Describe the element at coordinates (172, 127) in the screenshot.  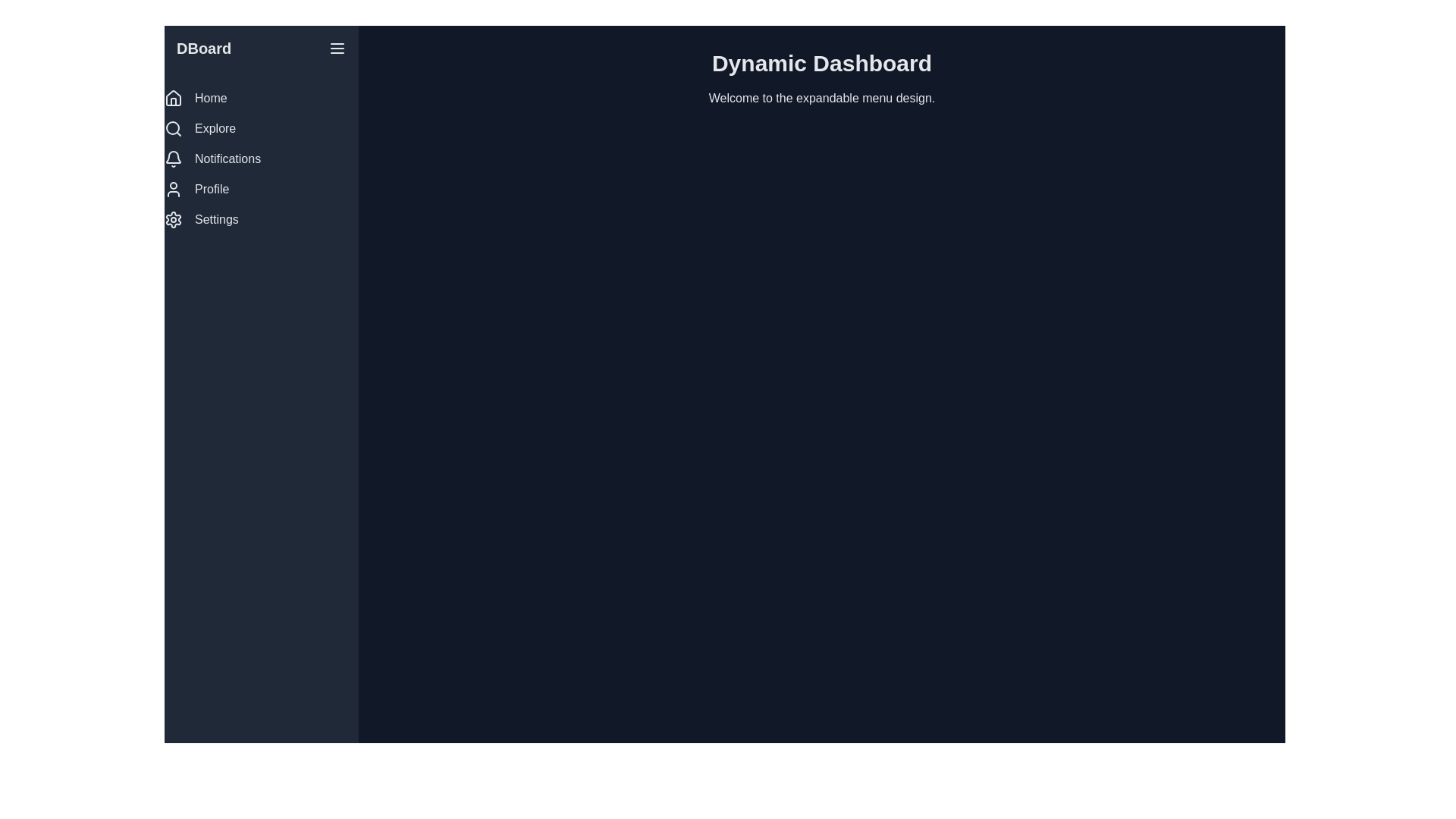
I see `the circular outline element of the search icon located in the vertical side navigation bar` at that location.